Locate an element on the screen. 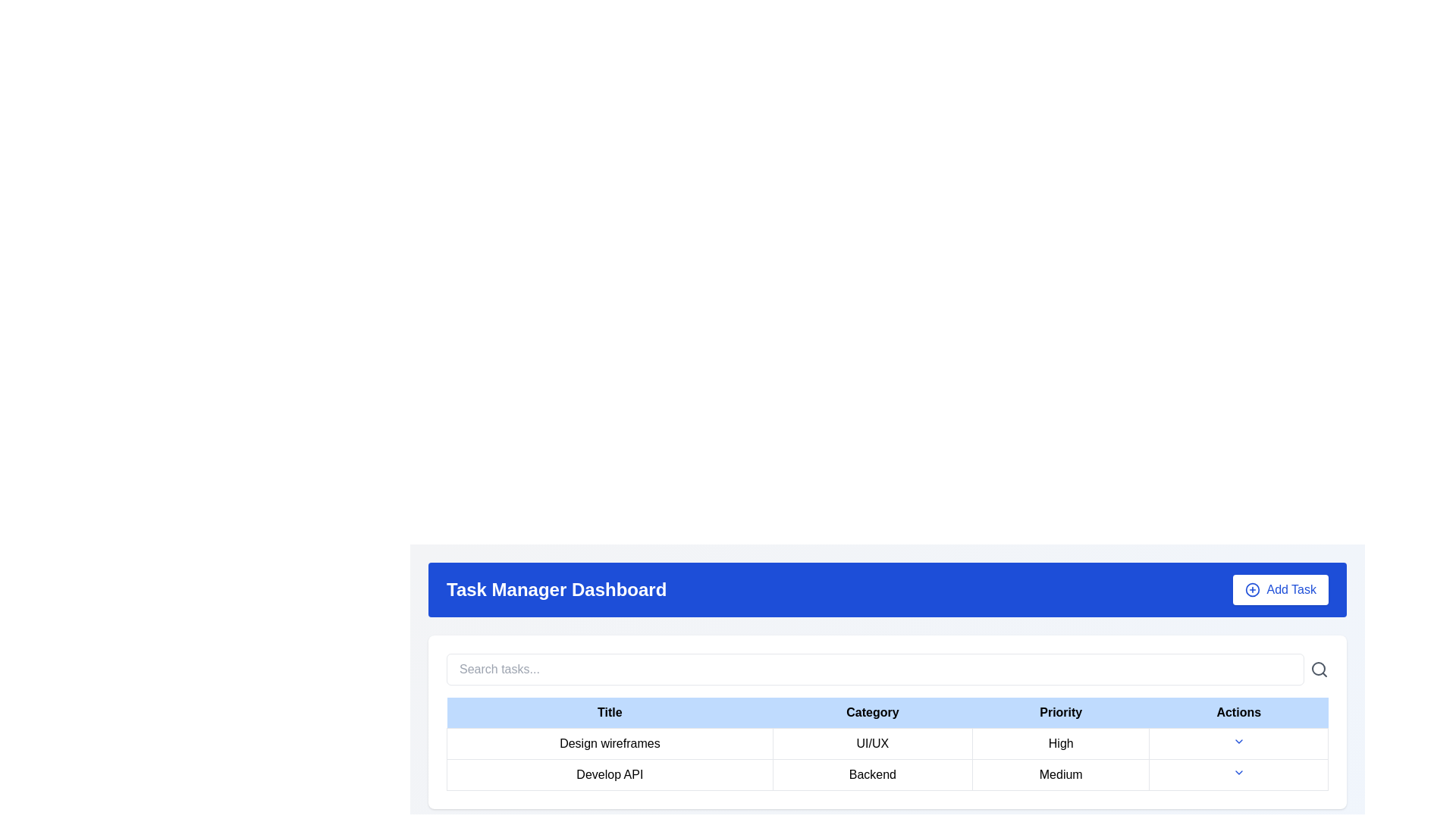 The height and width of the screenshot is (819, 1456). the interactive blue downward-pointing chevron icon in the table cell under the 'Actions' column for the 'Design wireframes' row is located at coordinates (1238, 742).